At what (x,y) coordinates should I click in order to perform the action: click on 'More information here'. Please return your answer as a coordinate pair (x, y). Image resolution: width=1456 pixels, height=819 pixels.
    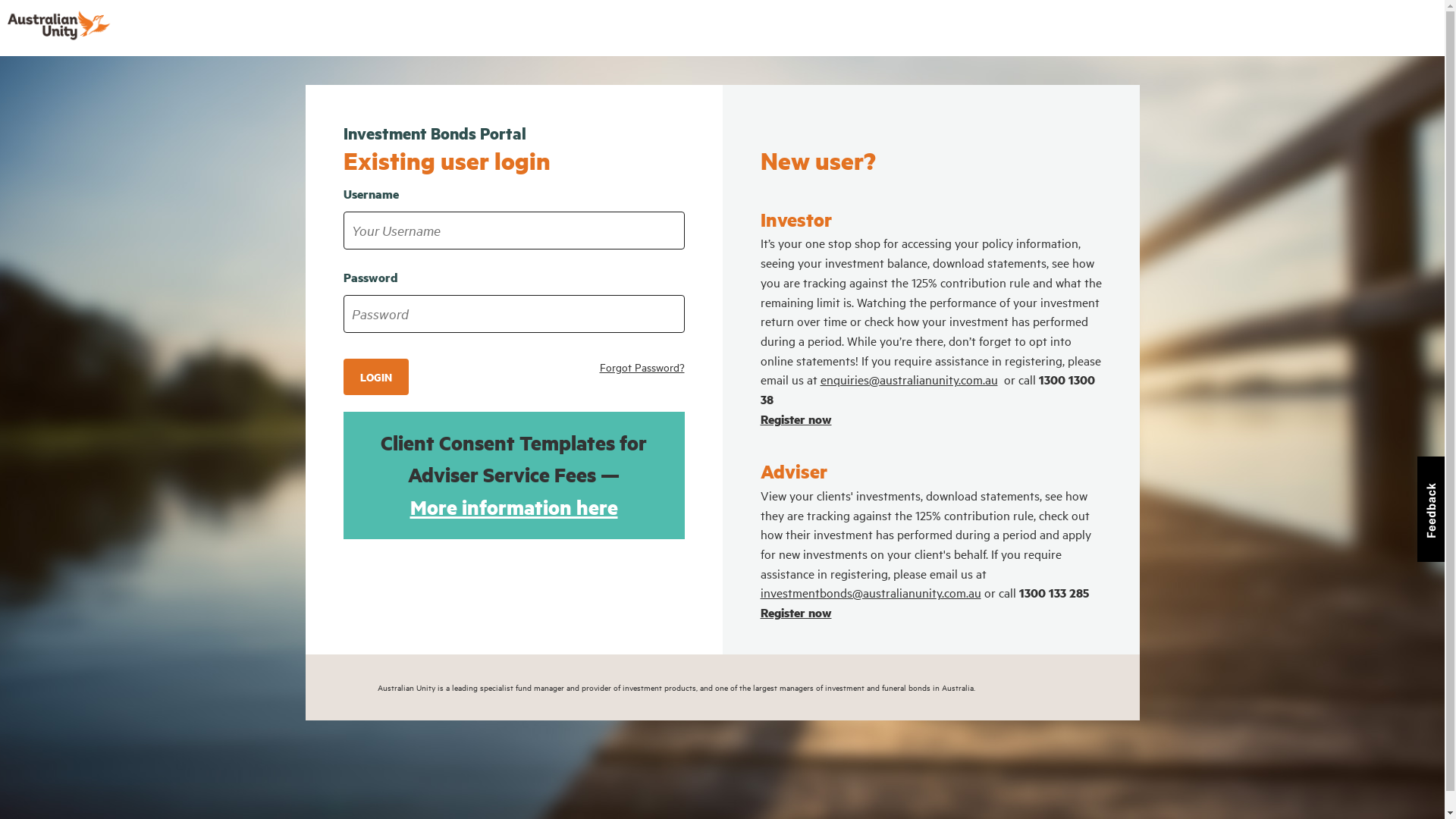
    Looking at the image, I should click on (513, 507).